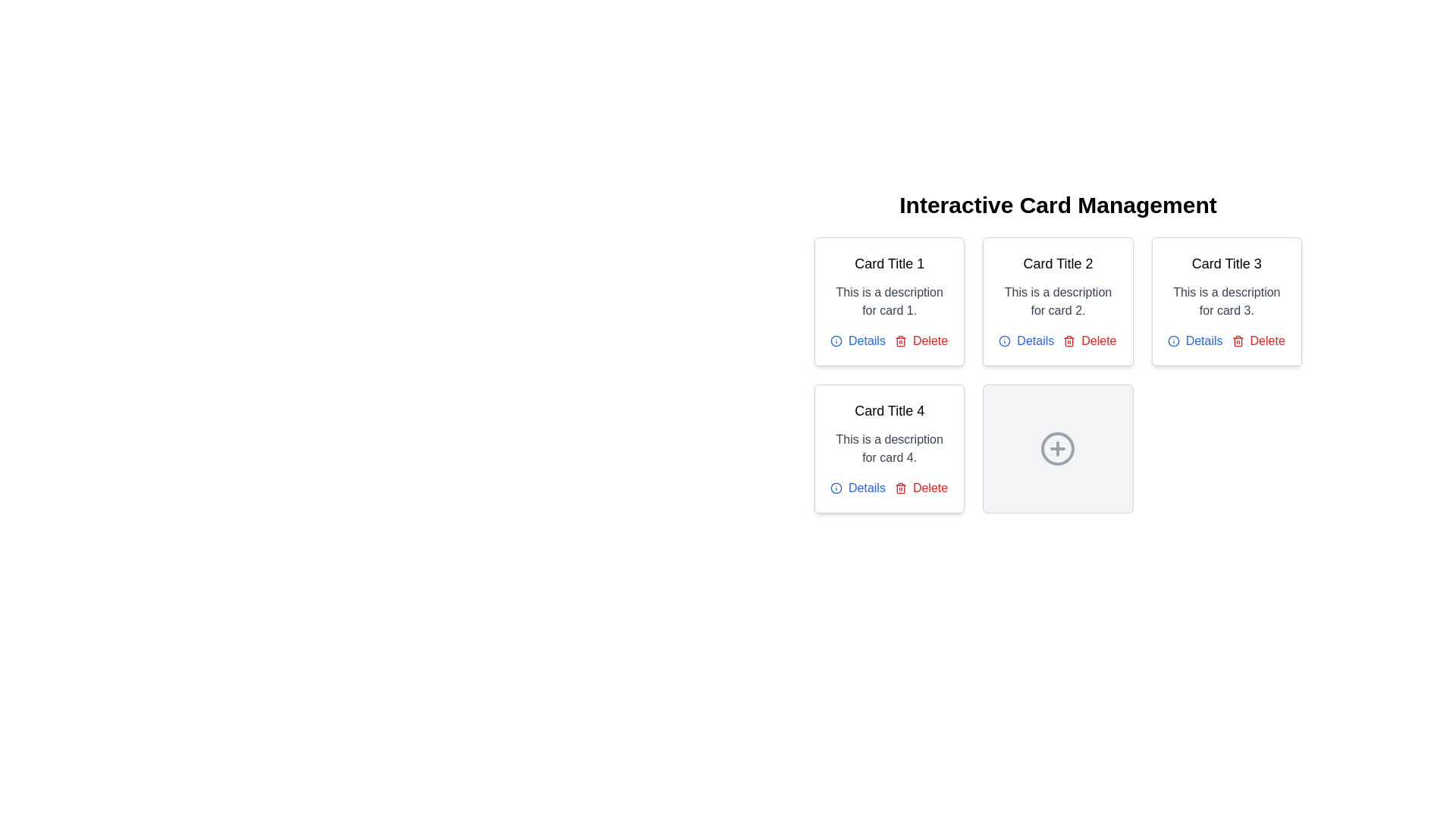 This screenshot has height=819, width=1456. What do you see at coordinates (1057, 301) in the screenshot?
I see `the static text element that displays 'This is a description for card 2.', located beneath 'Card Title 2' in the second card from the left in the top row of the card grid` at bounding box center [1057, 301].